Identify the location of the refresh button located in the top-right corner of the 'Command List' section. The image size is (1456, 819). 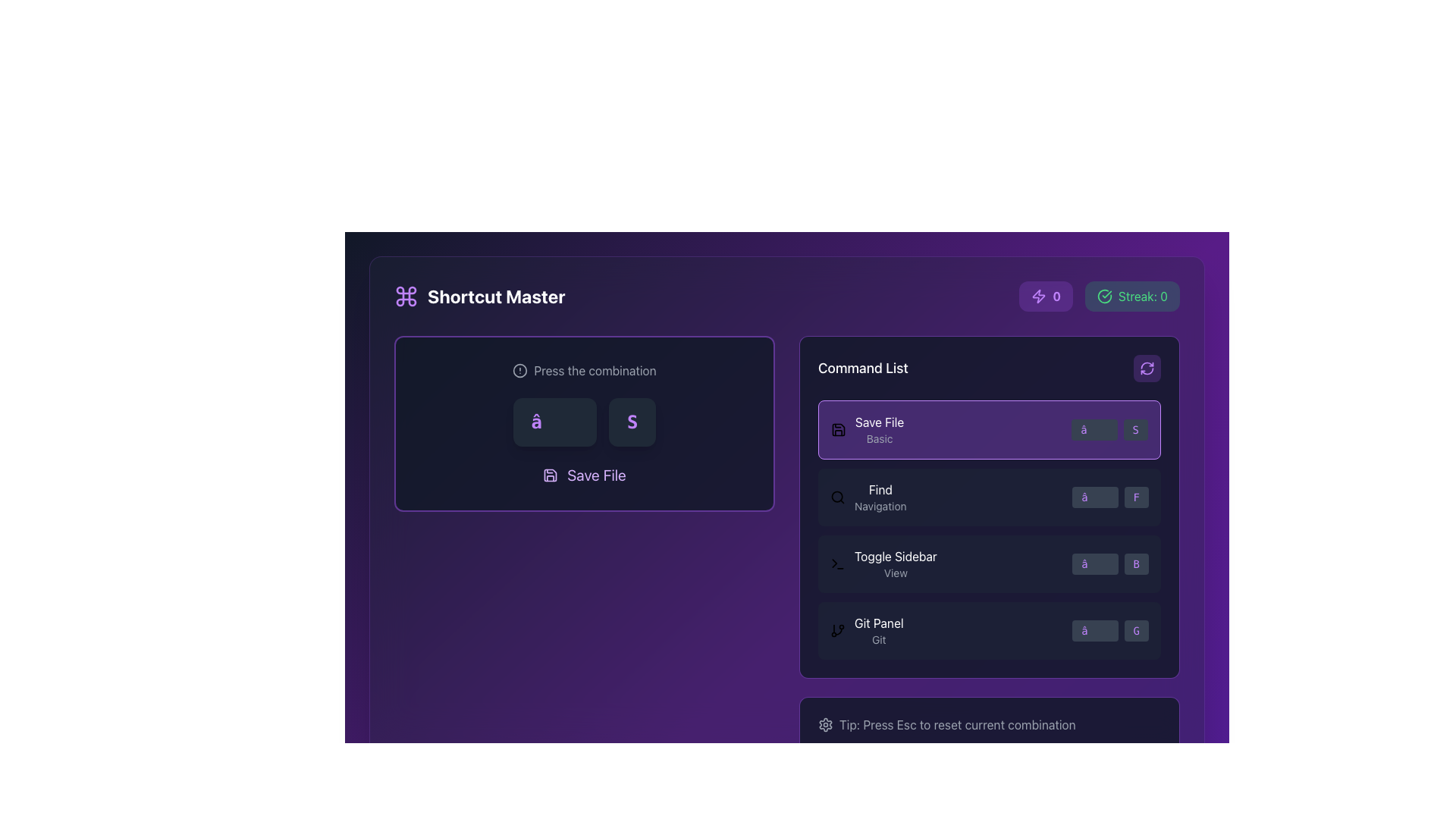
(1147, 369).